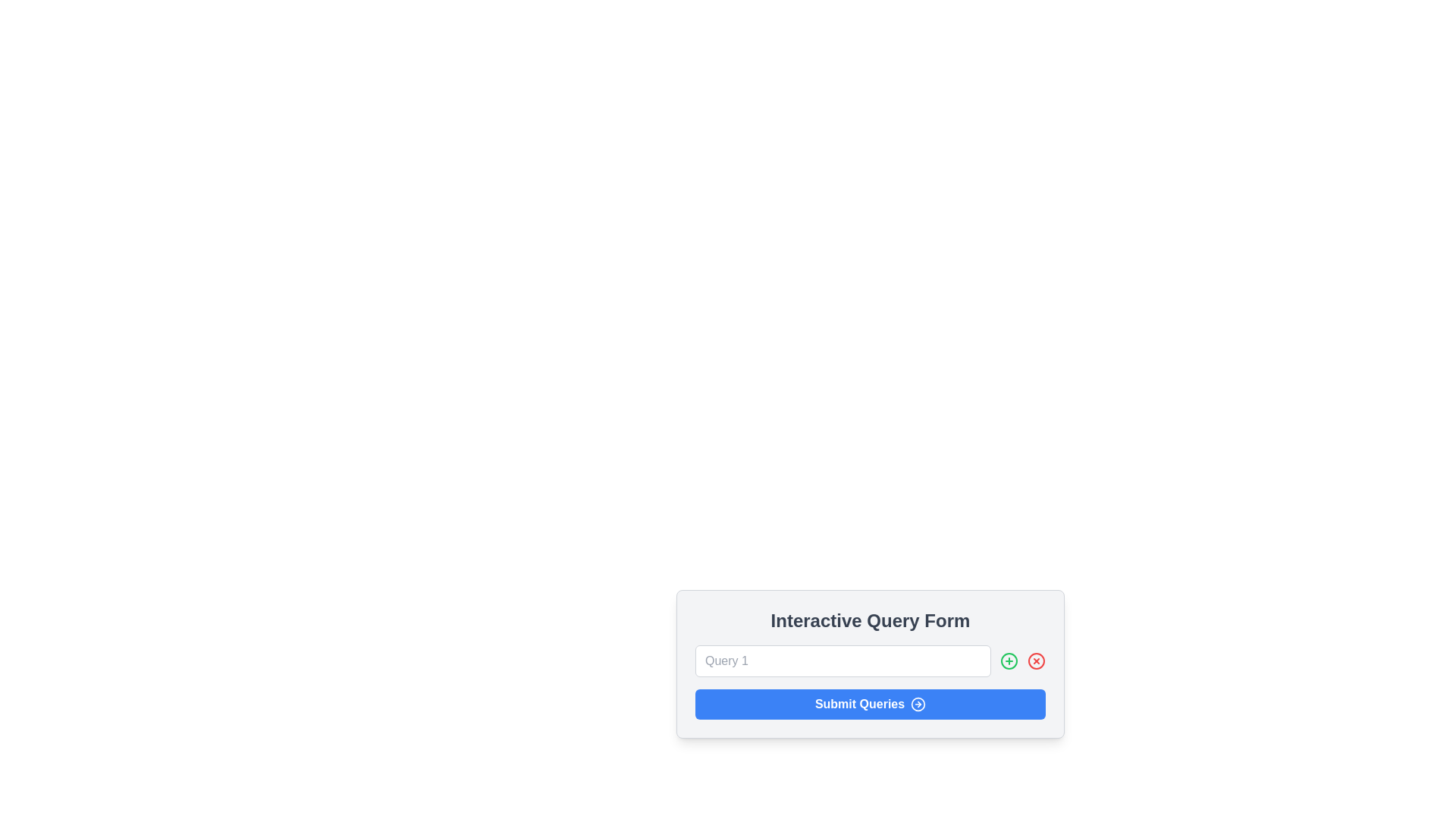  What do you see at coordinates (918, 704) in the screenshot?
I see `the visual indicator icon located on the right side of the 'Submit Queries' button, which emphasizes the action of submission` at bounding box center [918, 704].